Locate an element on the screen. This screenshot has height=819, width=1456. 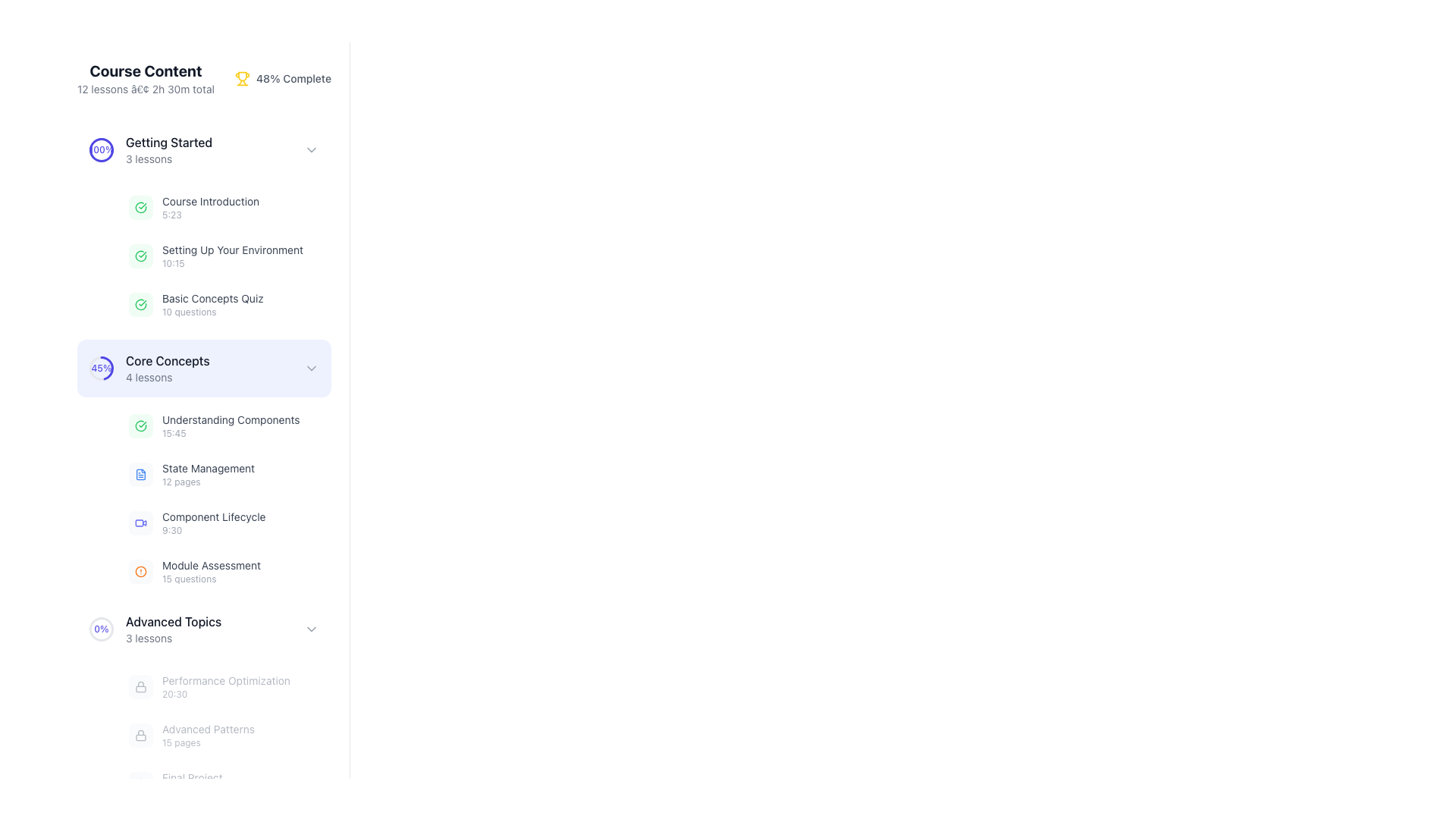
the text label representing a lesson or topic in the course curriculum, located in the 'Core Concepts' section, above the timestamp '9:30' is located at coordinates (213, 516).